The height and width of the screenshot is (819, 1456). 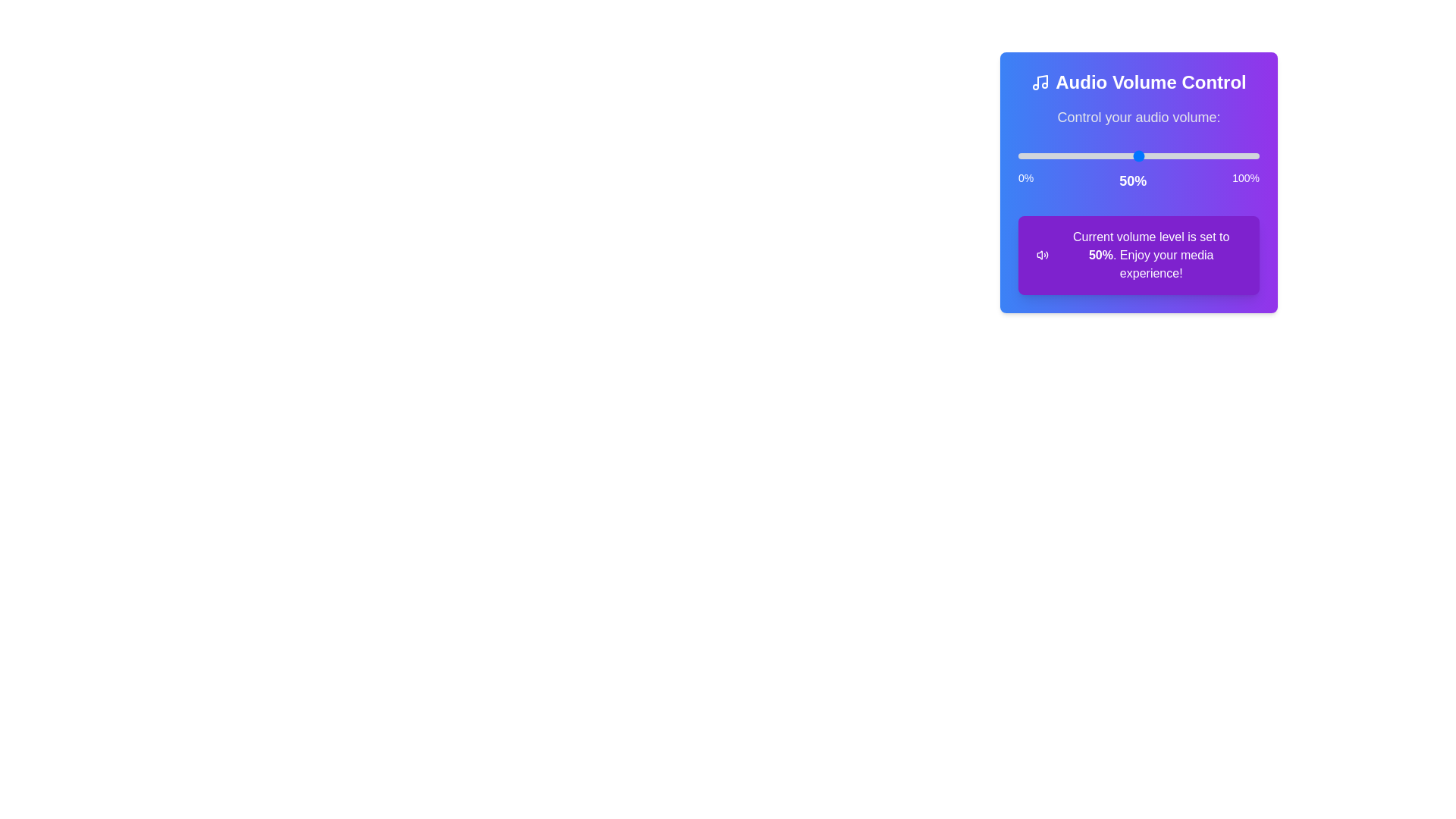 What do you see at coordinates (1247, 155) in the screenshot?
I see `the volume level to 95%` at bounding box center [1247, 155].